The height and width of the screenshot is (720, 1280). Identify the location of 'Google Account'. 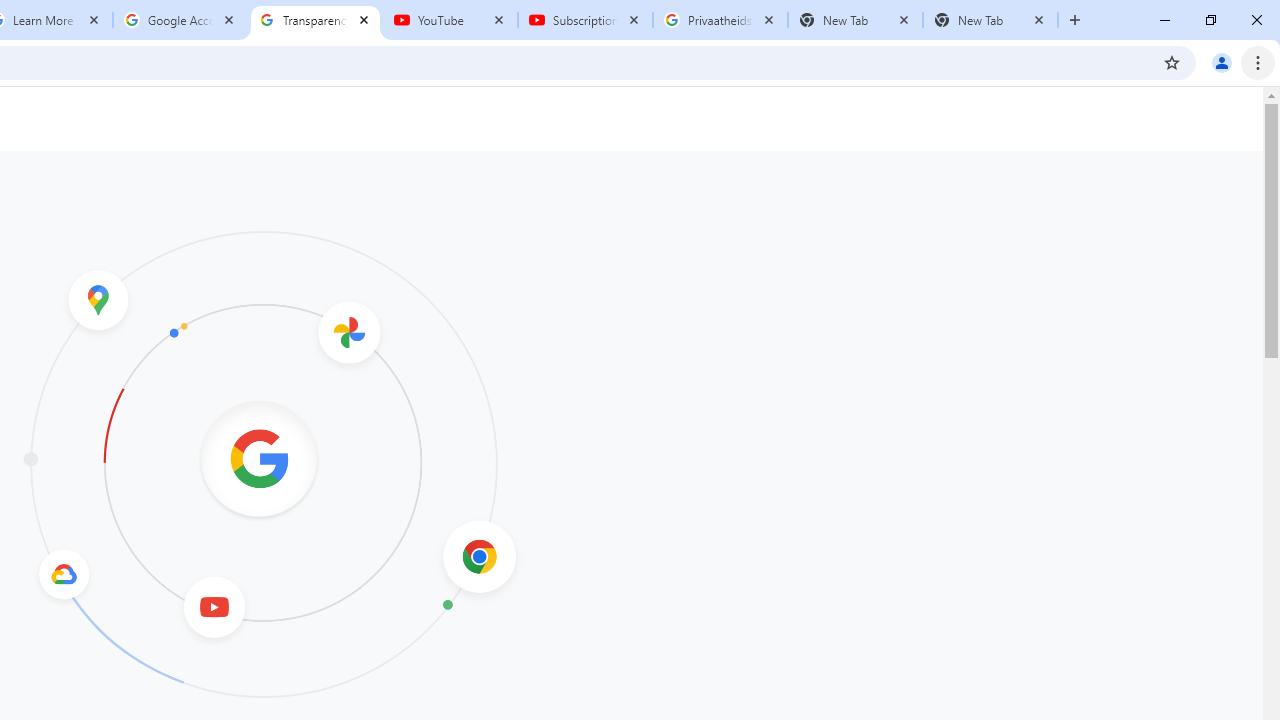
(180, 20).